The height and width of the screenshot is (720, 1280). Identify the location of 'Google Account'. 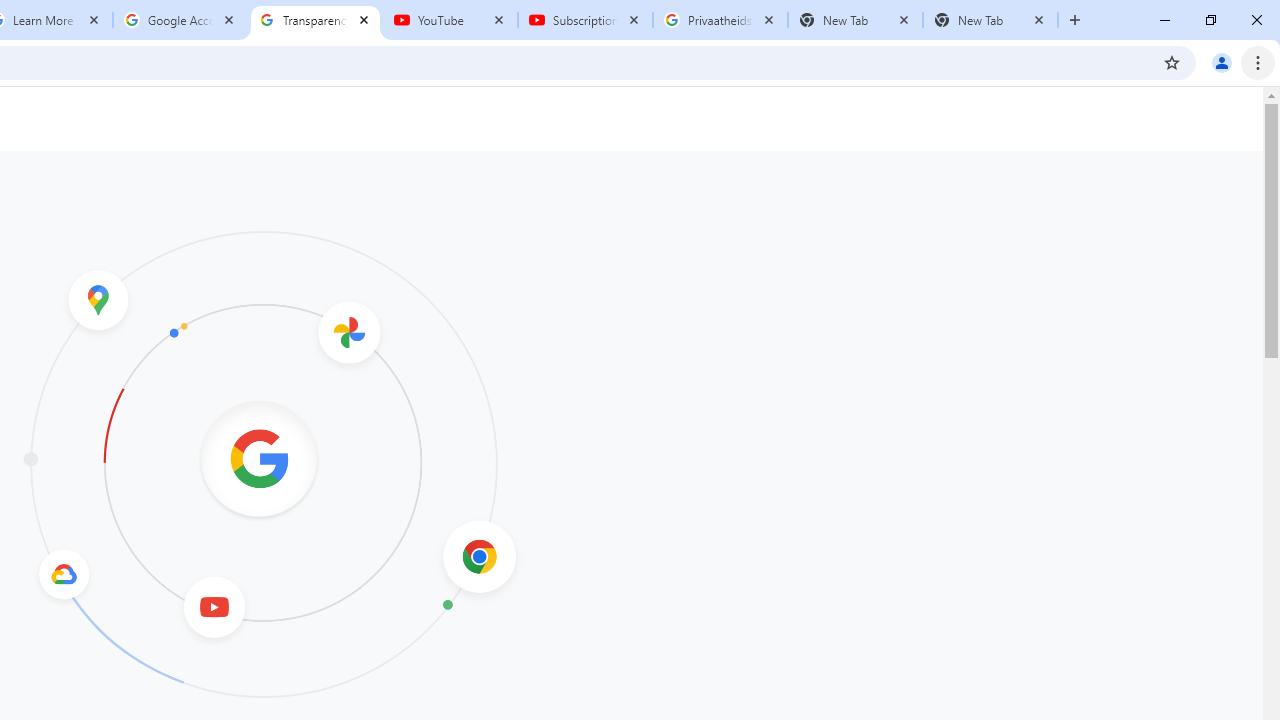
(180, 20).